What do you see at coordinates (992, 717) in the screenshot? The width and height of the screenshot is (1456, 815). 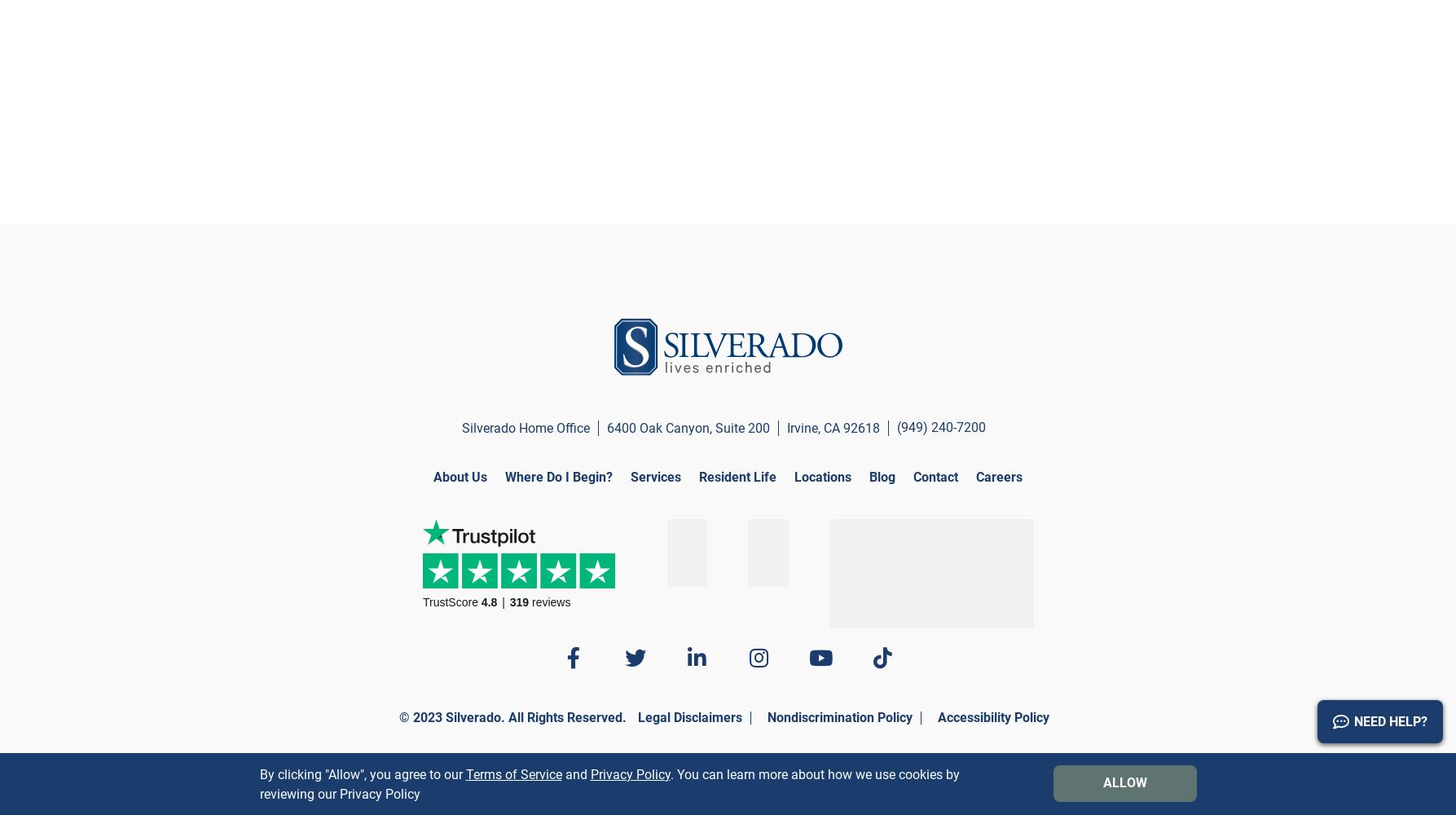 I see `'Accessibility Policy'` at bounding box center [992, 717].